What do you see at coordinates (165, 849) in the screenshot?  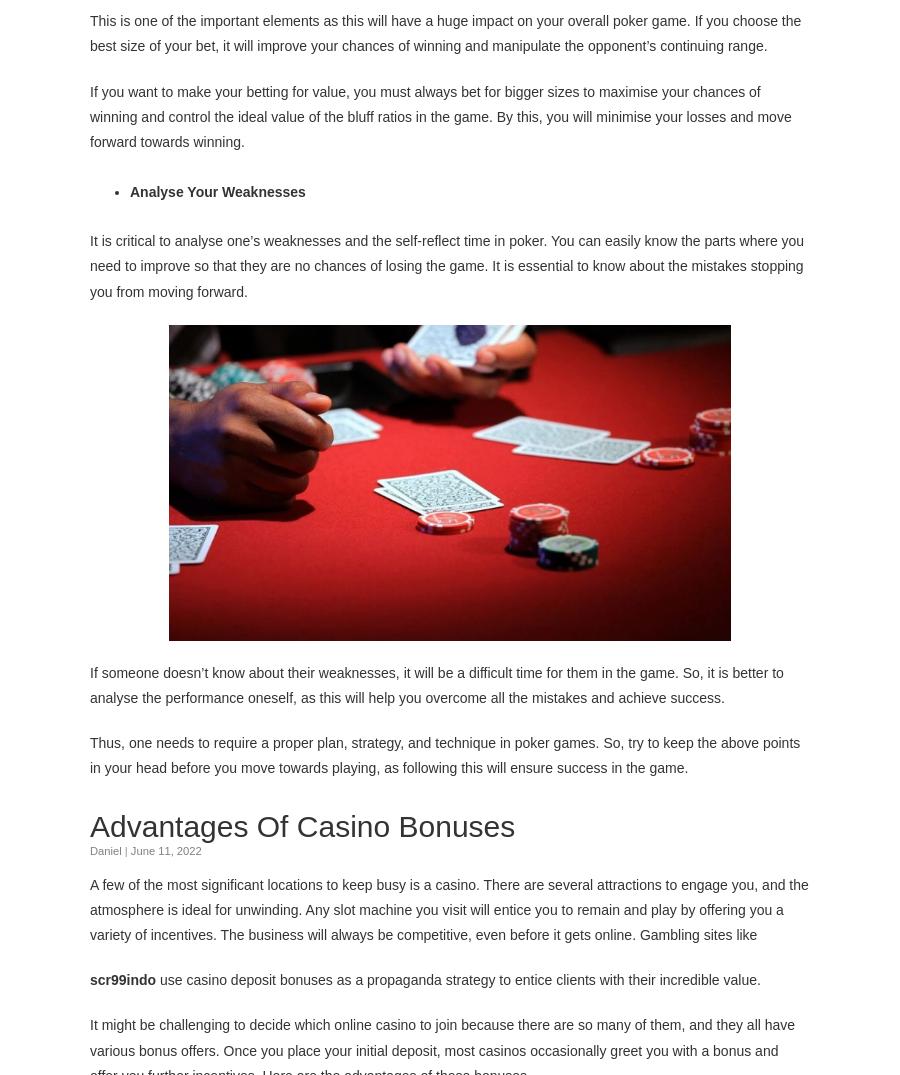 I see `'June 11, 2022'` at bounding box center [165, 849].